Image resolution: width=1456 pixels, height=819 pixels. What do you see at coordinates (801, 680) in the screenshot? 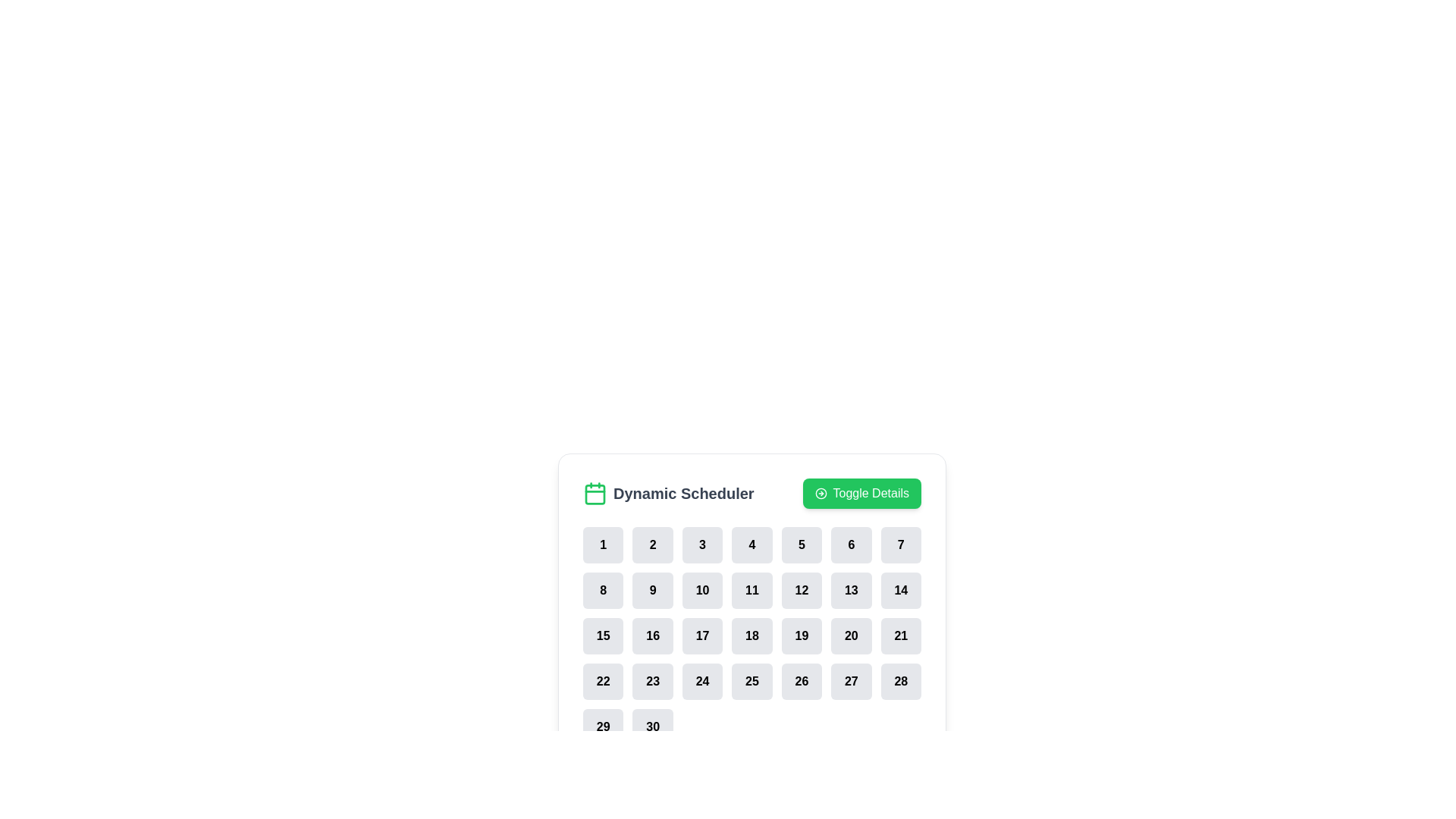
I see `the button labeled '26' with rounded corners to trigger the color change from light gray to light green` at bounding box center [801, 680].